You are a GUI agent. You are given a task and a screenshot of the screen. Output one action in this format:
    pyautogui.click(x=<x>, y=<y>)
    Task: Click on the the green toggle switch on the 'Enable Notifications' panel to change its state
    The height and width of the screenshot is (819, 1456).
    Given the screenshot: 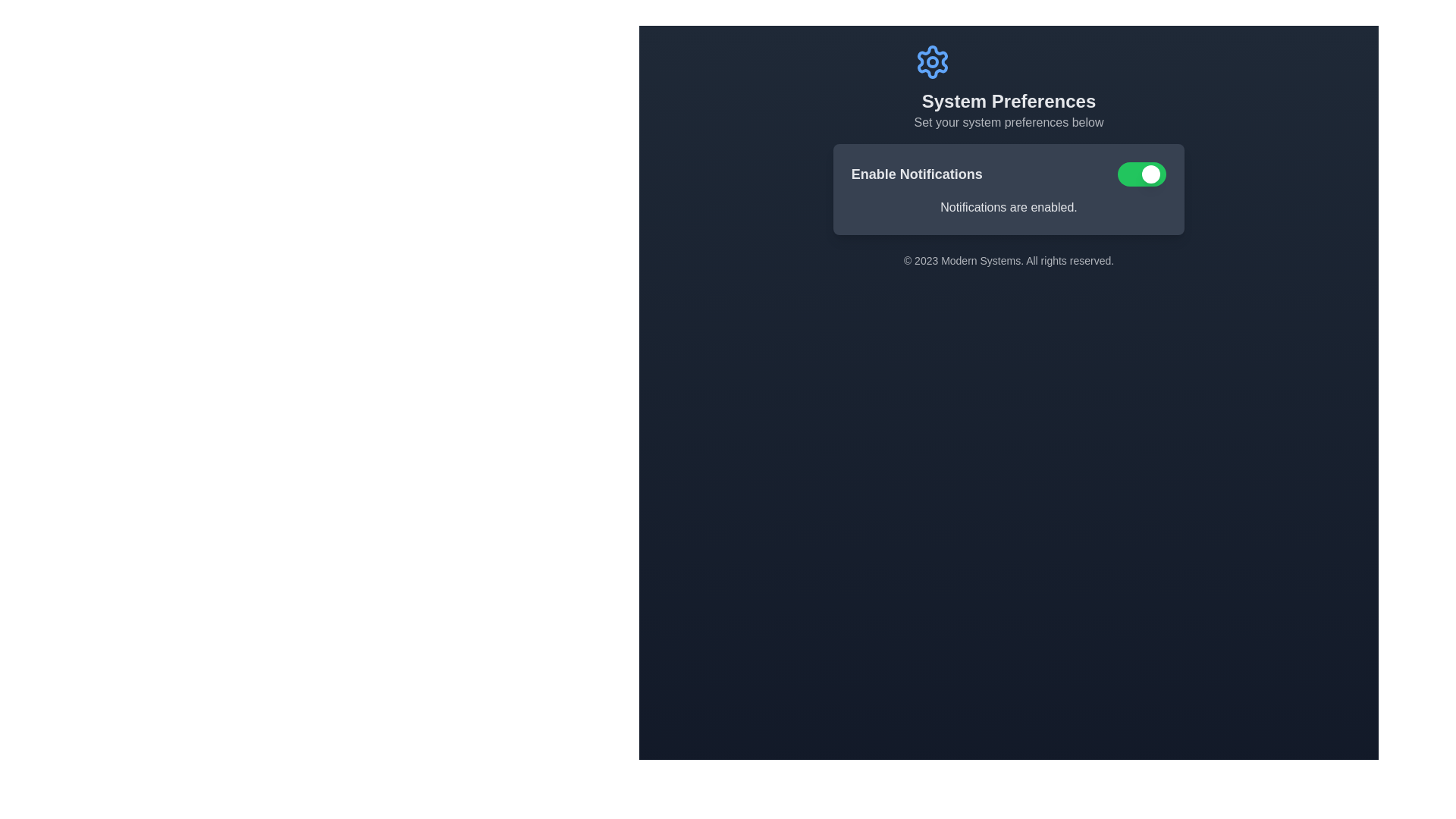 What is the action you would take?
    pyautogui.click(x=1009, y=189)
    